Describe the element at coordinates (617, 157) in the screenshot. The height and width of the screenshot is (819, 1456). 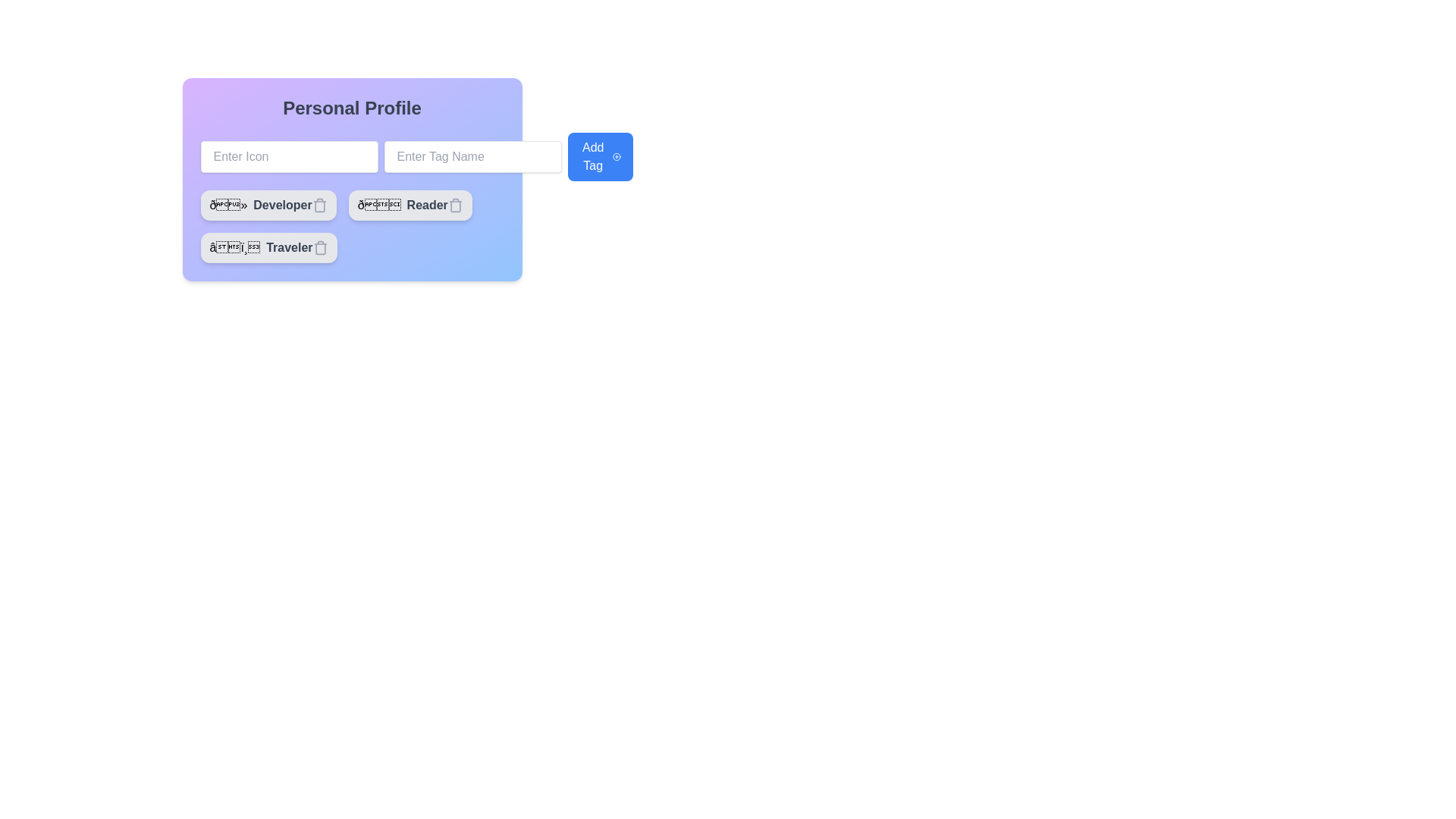
I see `the decorative '+' icon located on the right side of the 'Add Tag' button, which is a circular icon rendered with precise lines` at that location.